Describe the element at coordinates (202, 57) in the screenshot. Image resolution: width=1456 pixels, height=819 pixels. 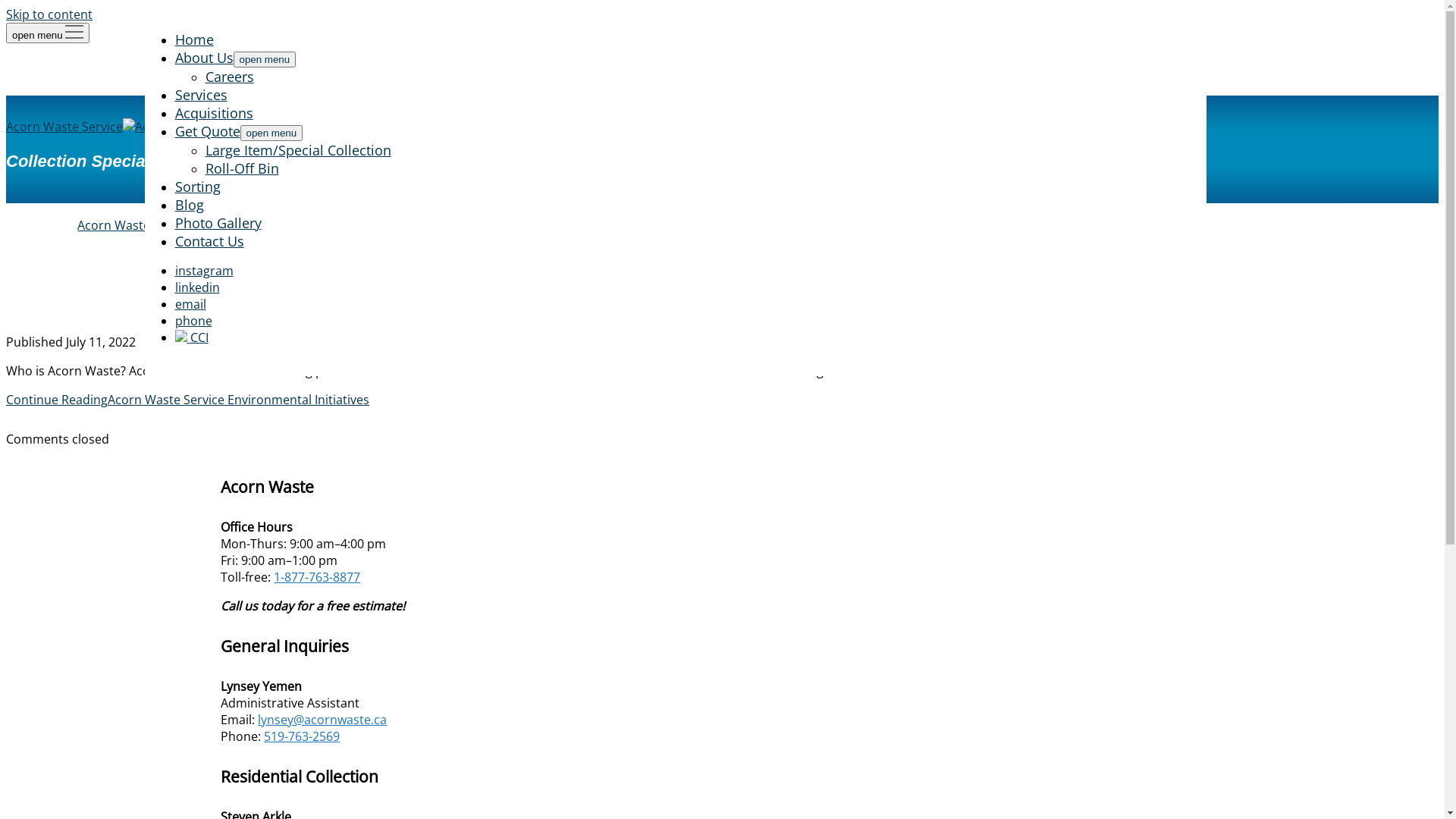
I see `'About Us'` at that location.